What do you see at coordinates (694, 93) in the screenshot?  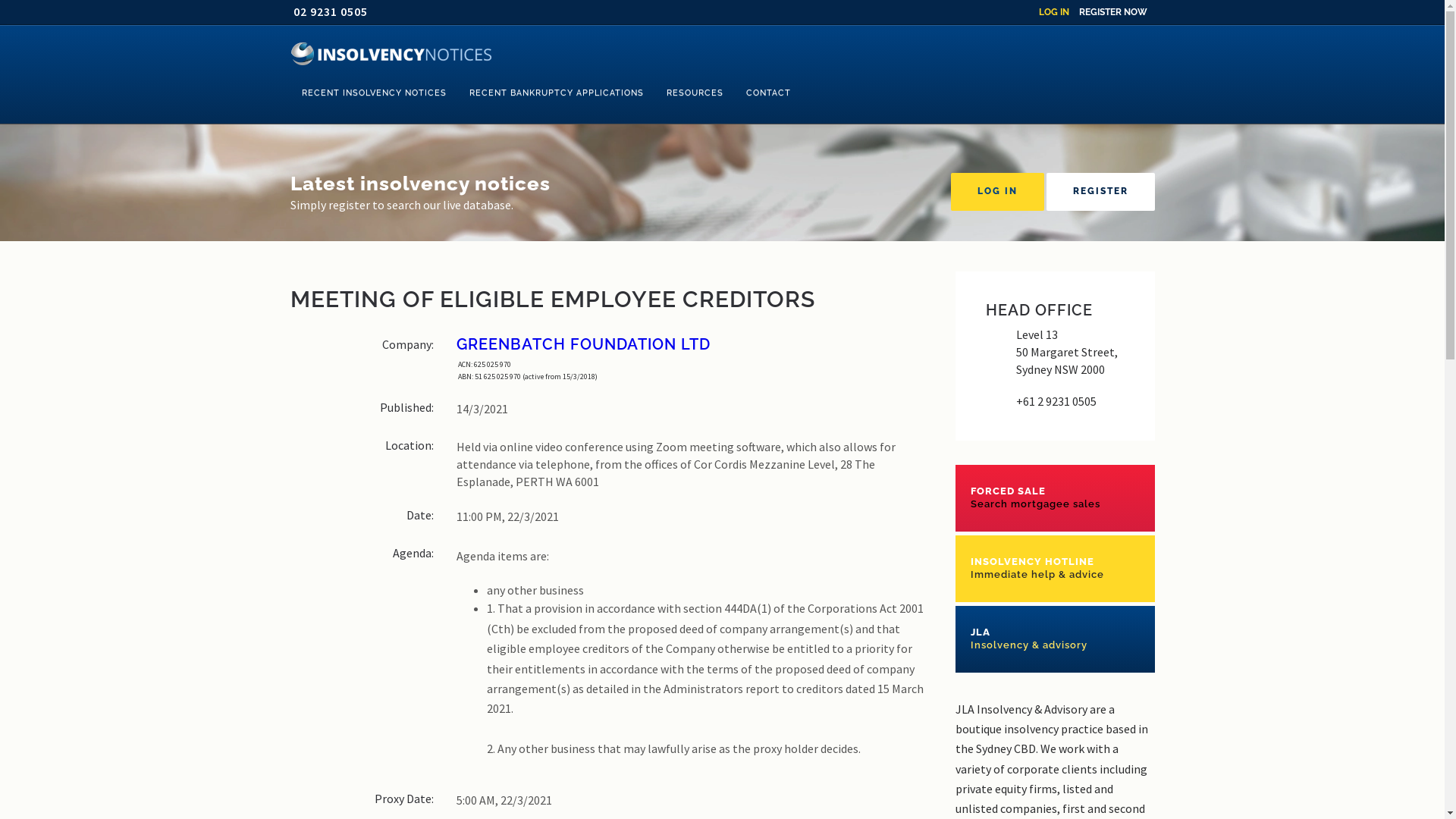 I see `'RESOURCES'` at bounding box center [694, 93].